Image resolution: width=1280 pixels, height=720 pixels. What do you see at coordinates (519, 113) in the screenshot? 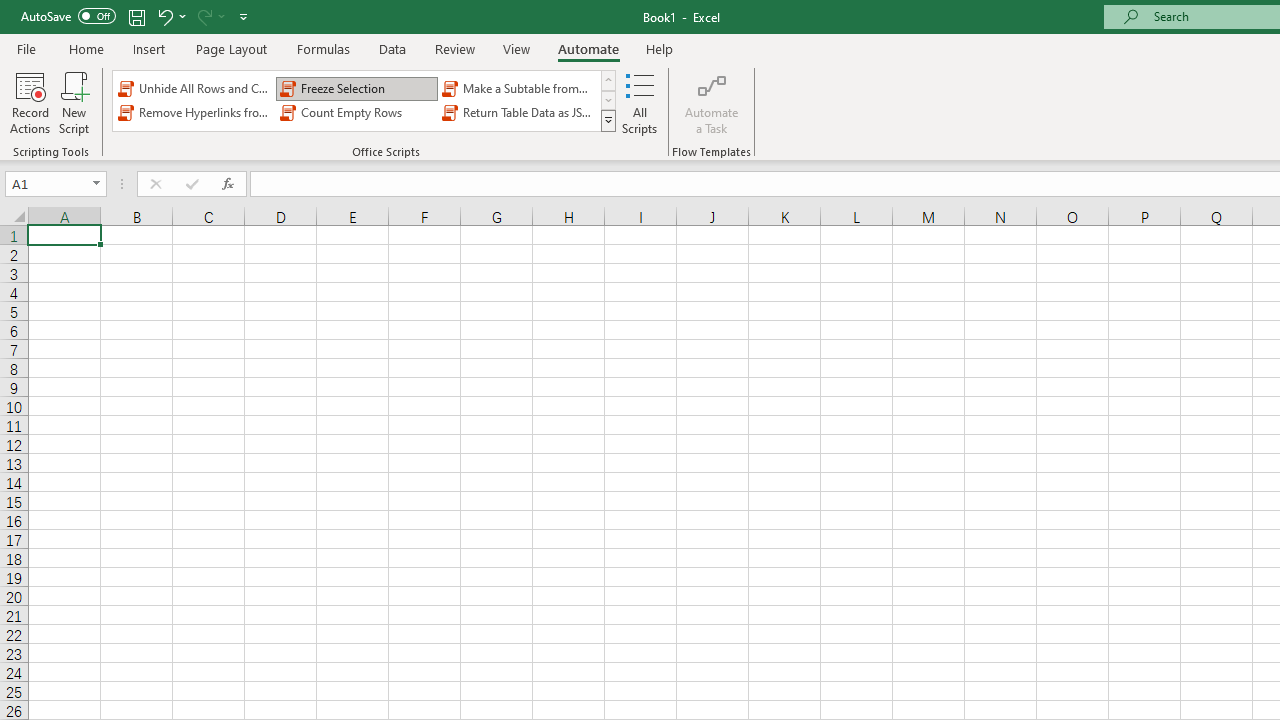
I see `'Return Table Data as JSON'` at bounding box center [519, 113].